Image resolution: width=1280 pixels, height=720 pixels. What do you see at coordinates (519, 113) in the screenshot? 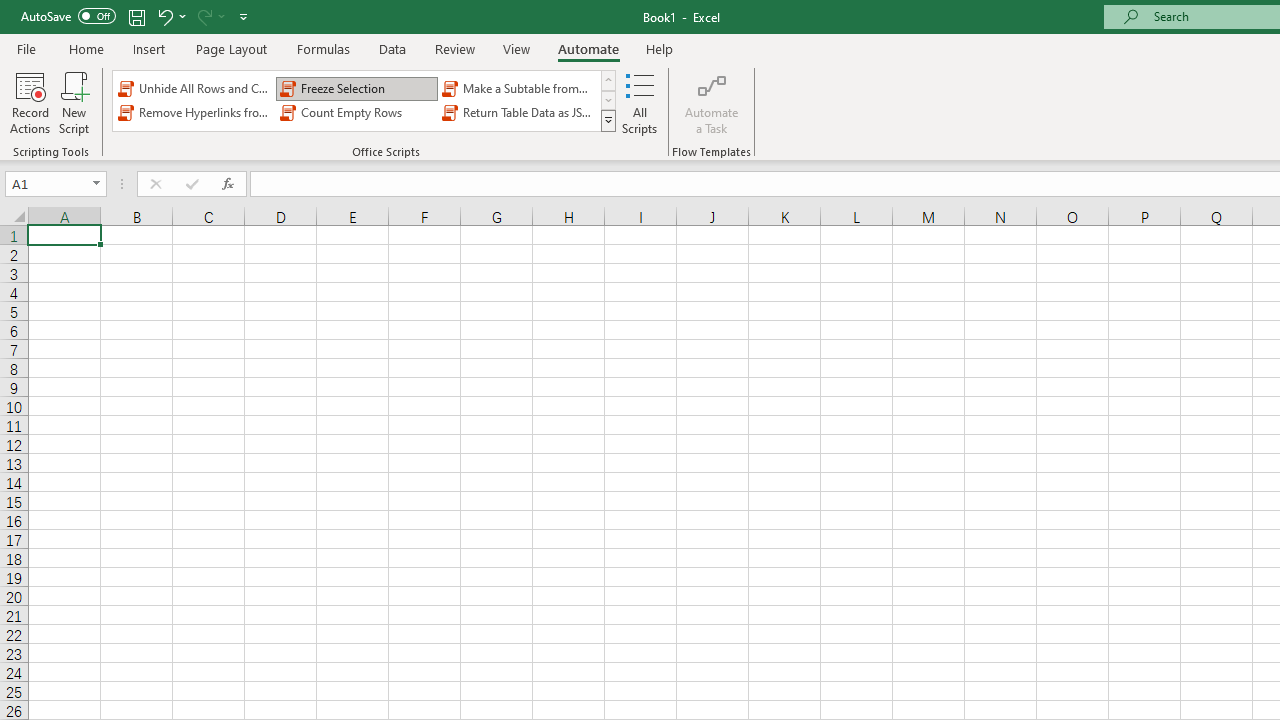
I see `'Return Table Data as JSON'` at bounding box center [519, 113].